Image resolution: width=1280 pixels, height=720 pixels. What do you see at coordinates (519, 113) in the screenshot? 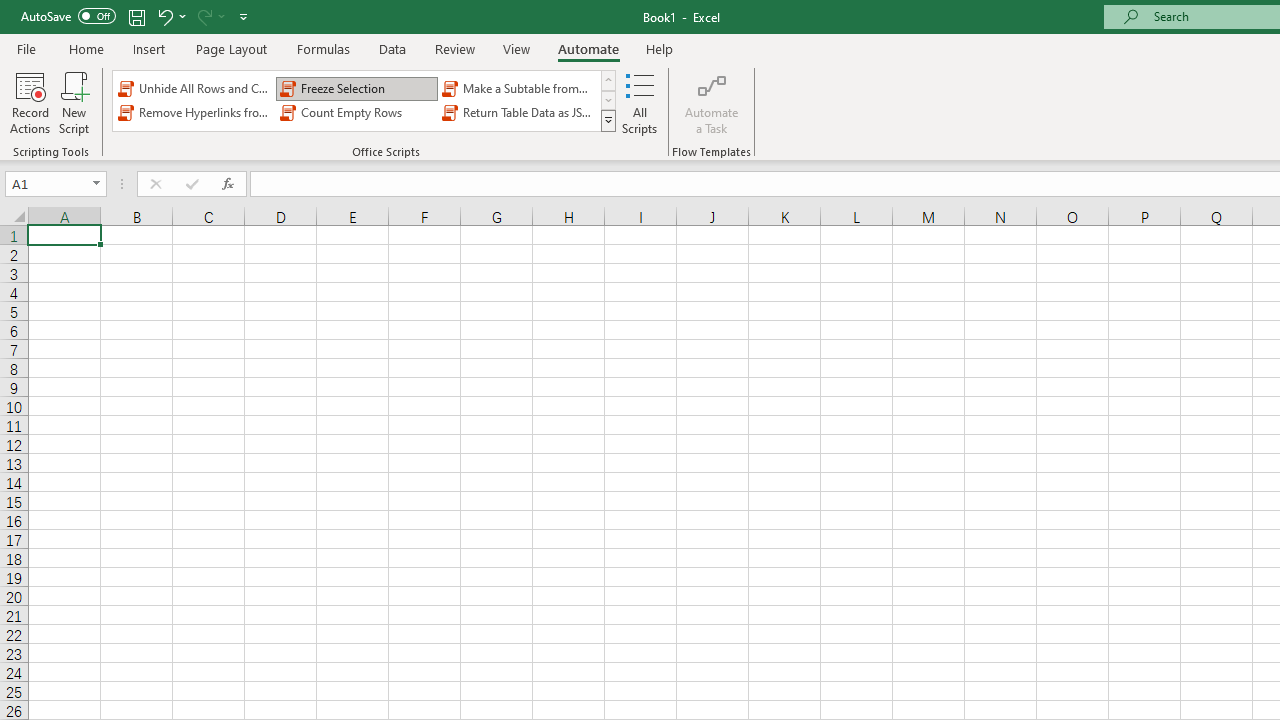
I see `'Return Table Data as JSON'` at bounding box center [519, 113].